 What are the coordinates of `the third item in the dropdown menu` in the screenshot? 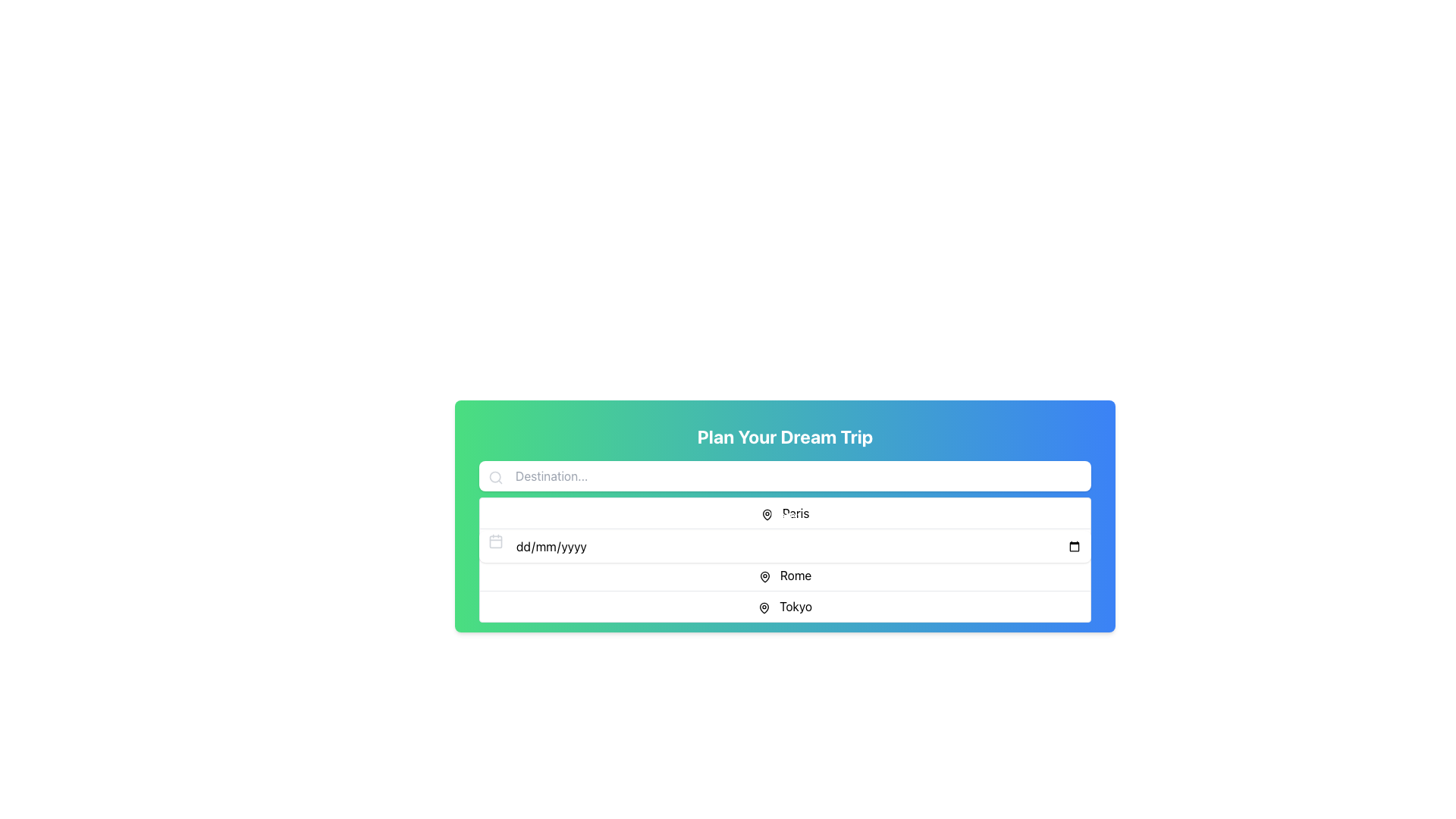 It's located at (785, 575).